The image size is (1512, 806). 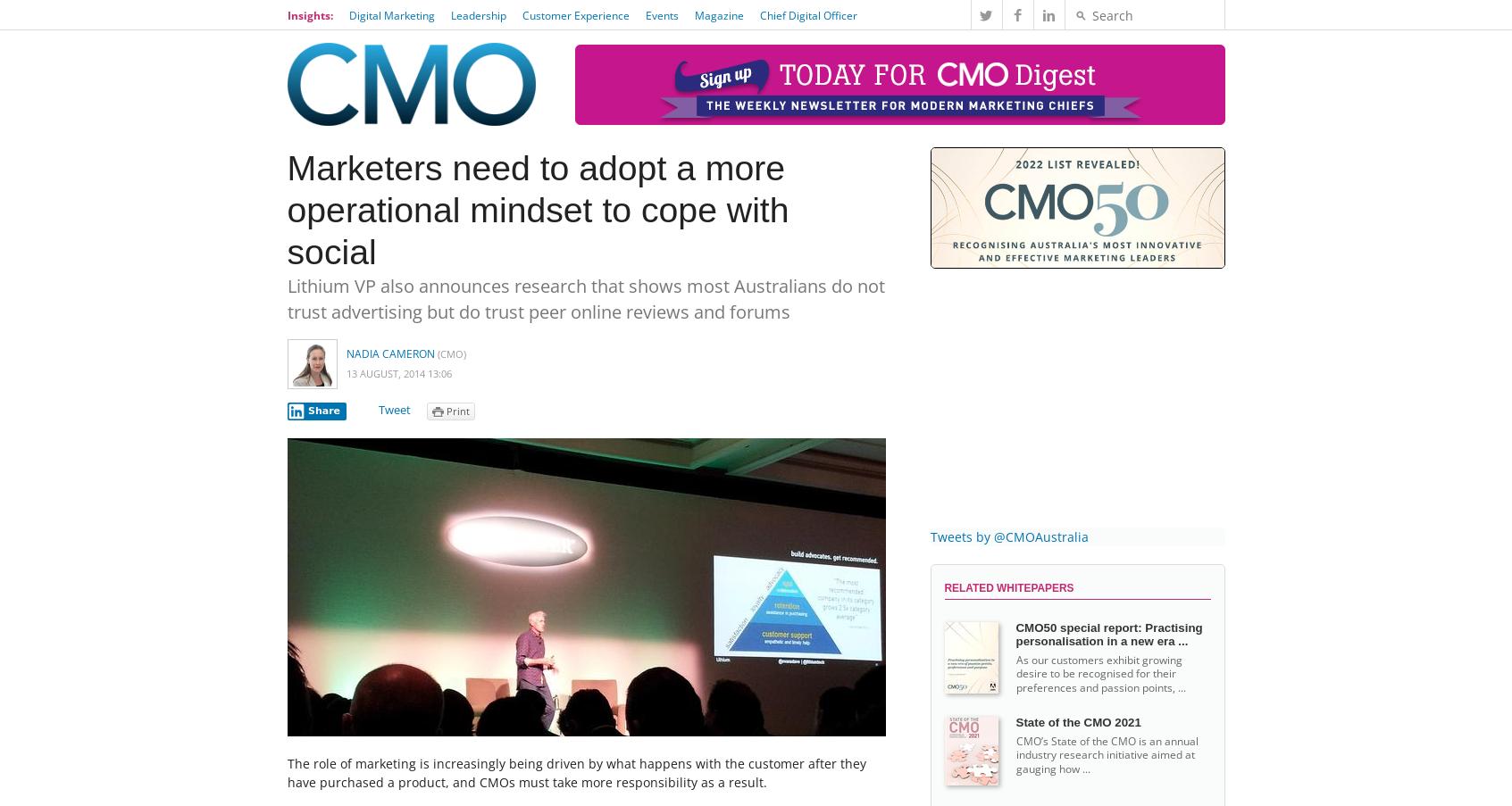 What do you see at coordinates (394, 409) in the screenshot?
I see `'Tweet'` at bounding box center [394, 409].